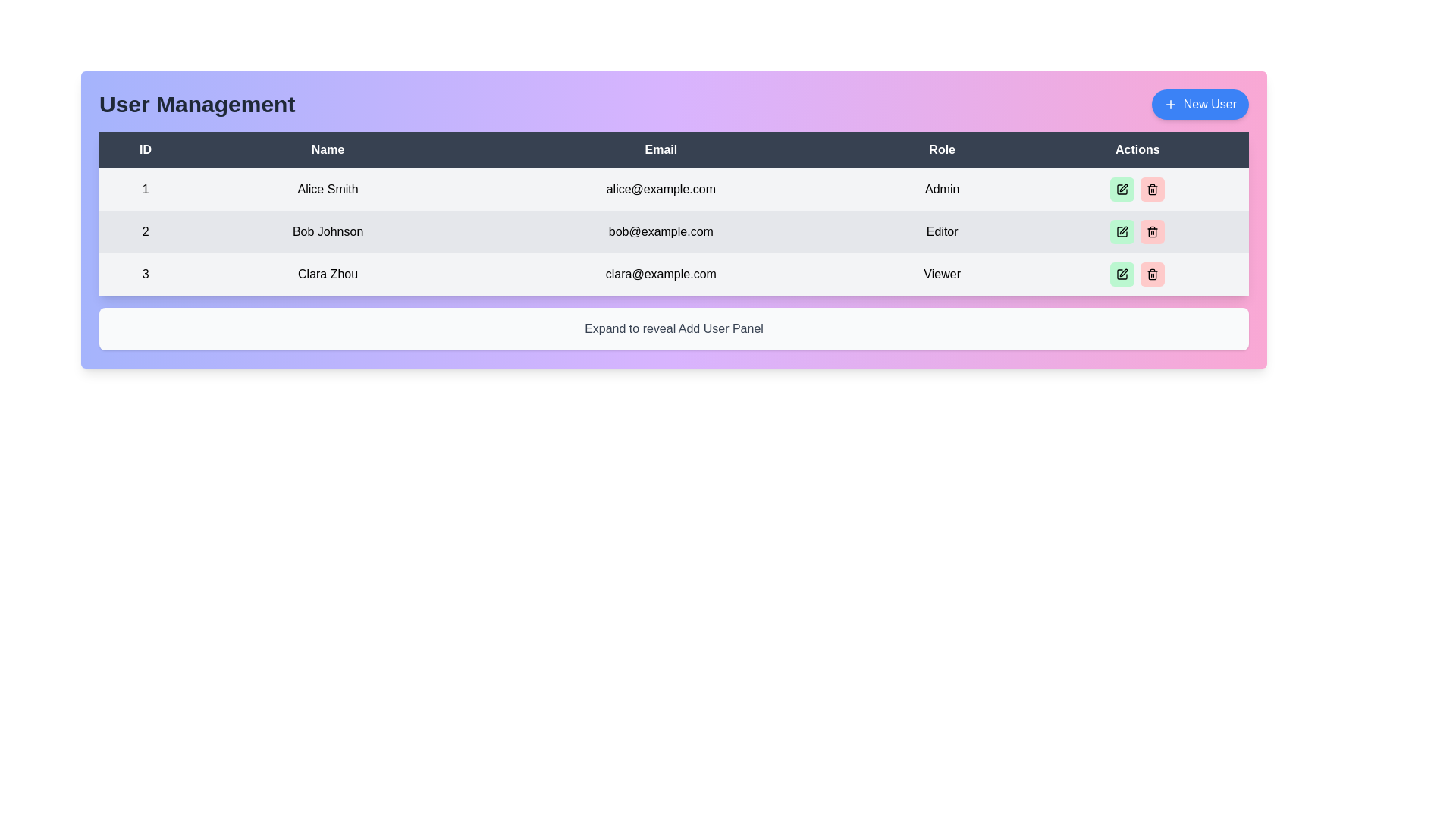  I want to click on the text label displaying 'Clara Zhou' in black font, located in the 'Name' column of the third row within the 'User Management' table, so click(327, 275).